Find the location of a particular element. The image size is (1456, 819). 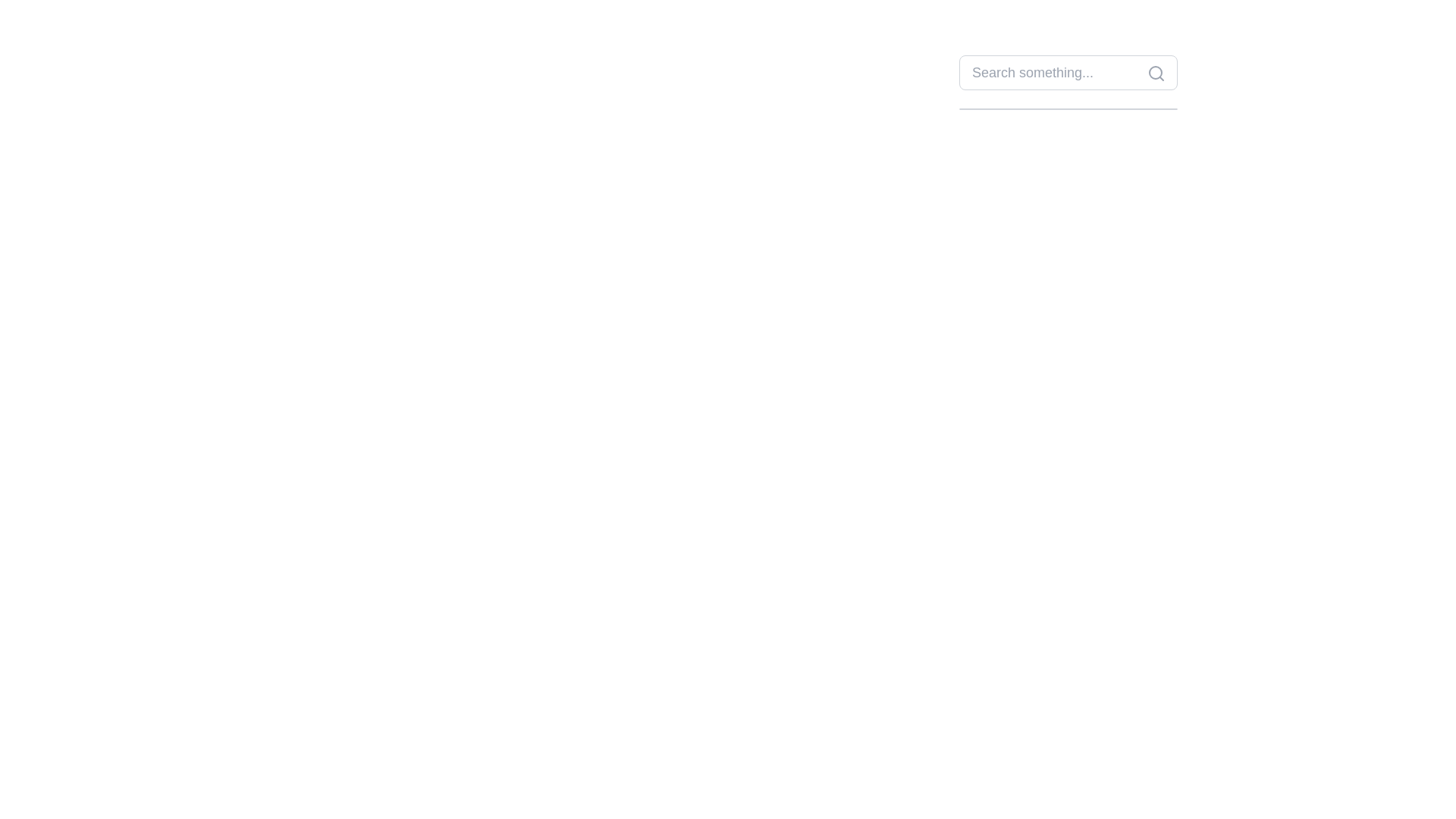

the search field associated with the circular icon of the magnifying glass, which is located at the top right corner of the search input box is located at coordinates (1154, 73).